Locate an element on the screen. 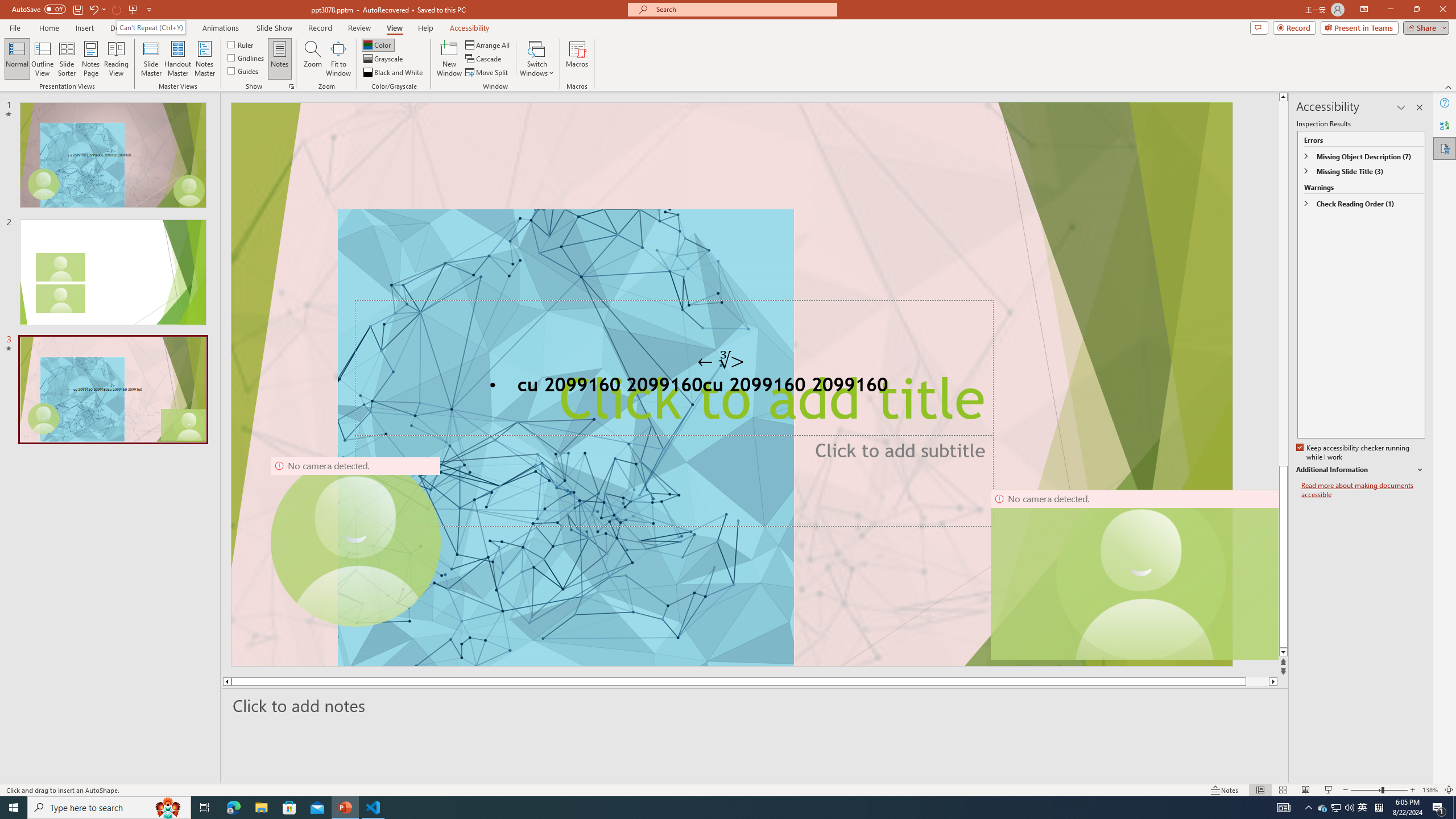  'Handout Master' is located at coordinates (177, 59).